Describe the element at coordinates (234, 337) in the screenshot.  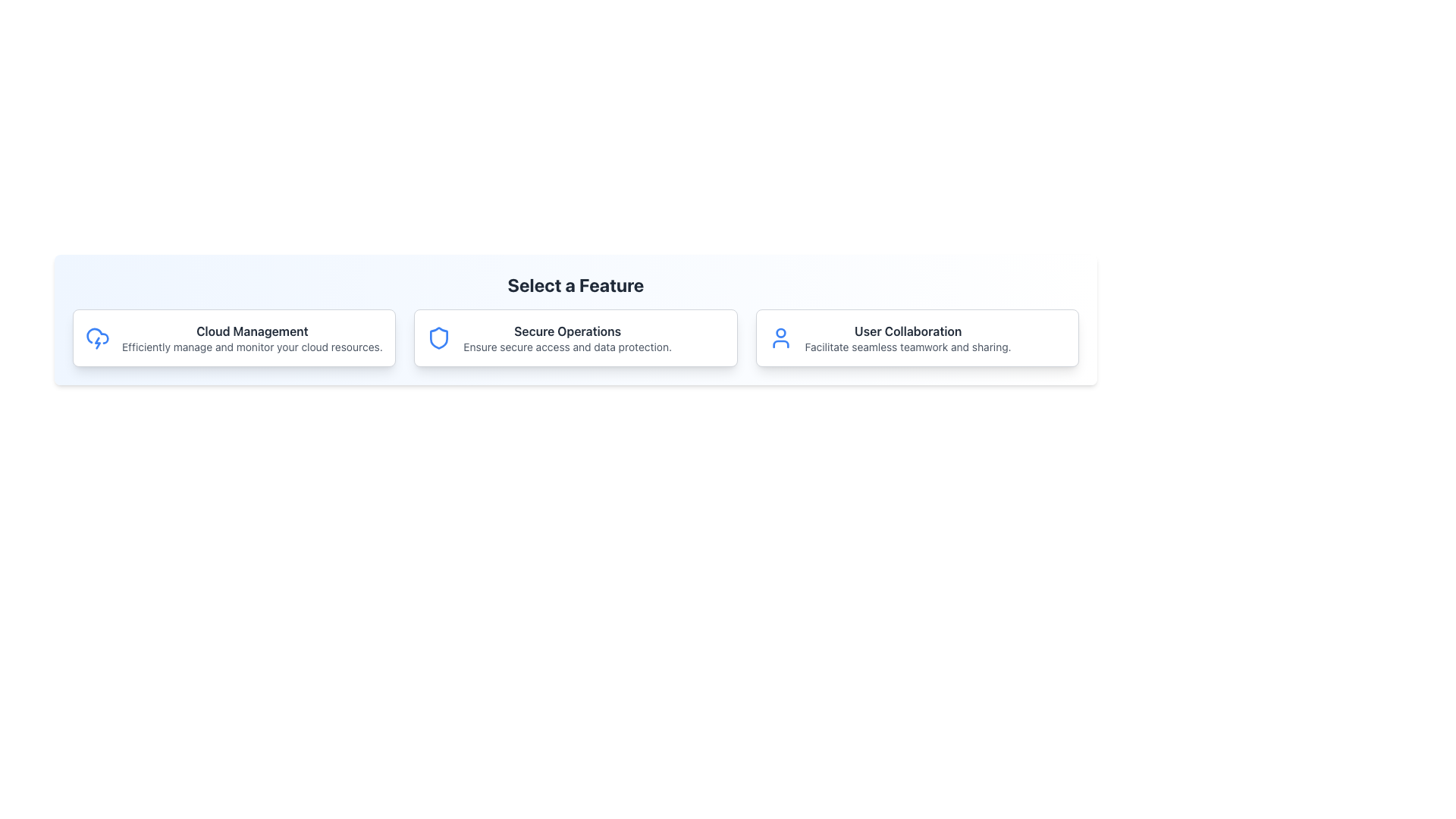
I see `the selectable card component for 'Cloud Management'` at that location.